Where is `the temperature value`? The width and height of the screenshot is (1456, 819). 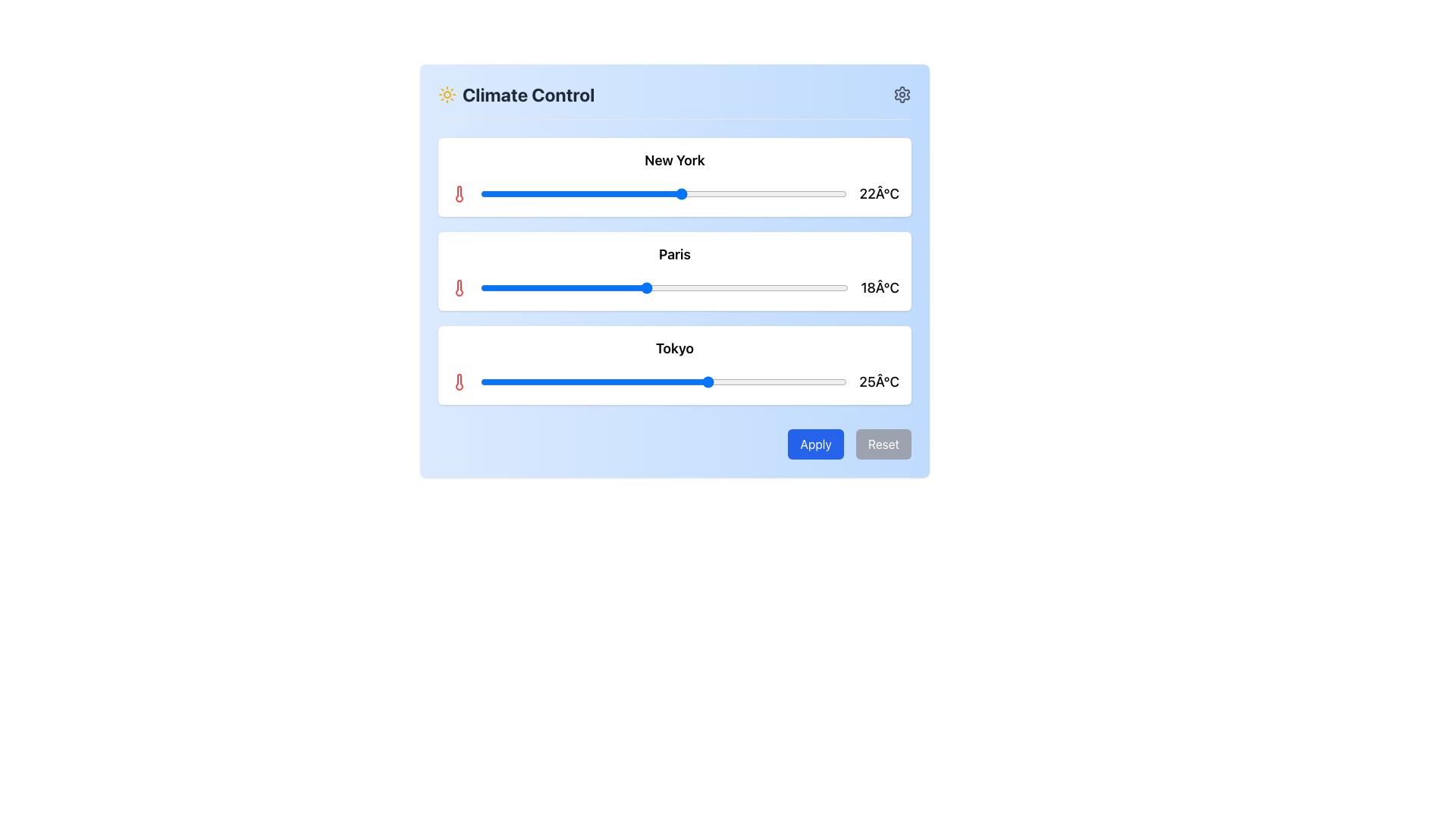 the temperature value is located at coordinates (672, 193).